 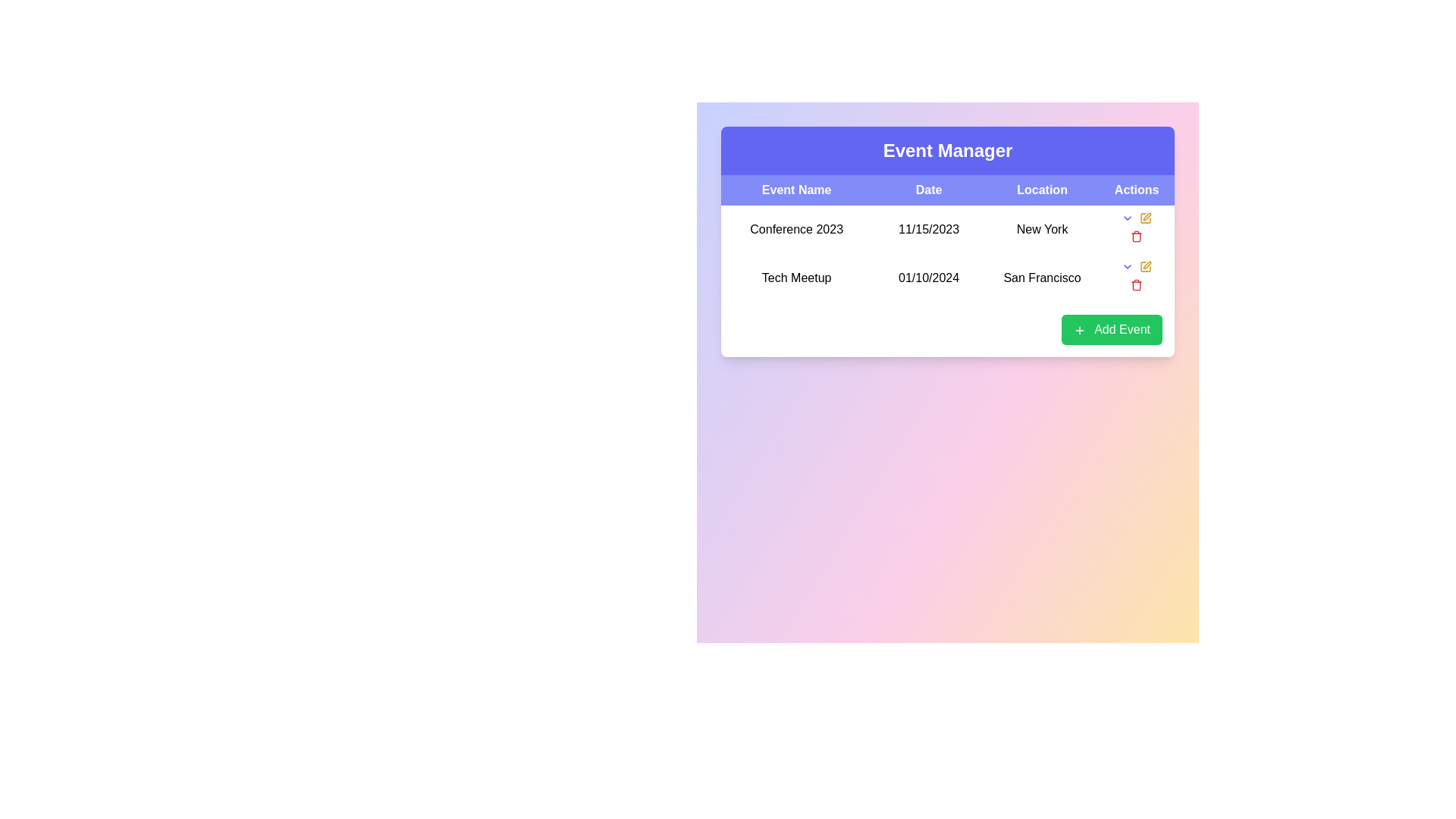 I want to click on the plus symbol icon within the green 'Add Event' button located under the 'Event Manager' section, so click(x=1078, y=329).